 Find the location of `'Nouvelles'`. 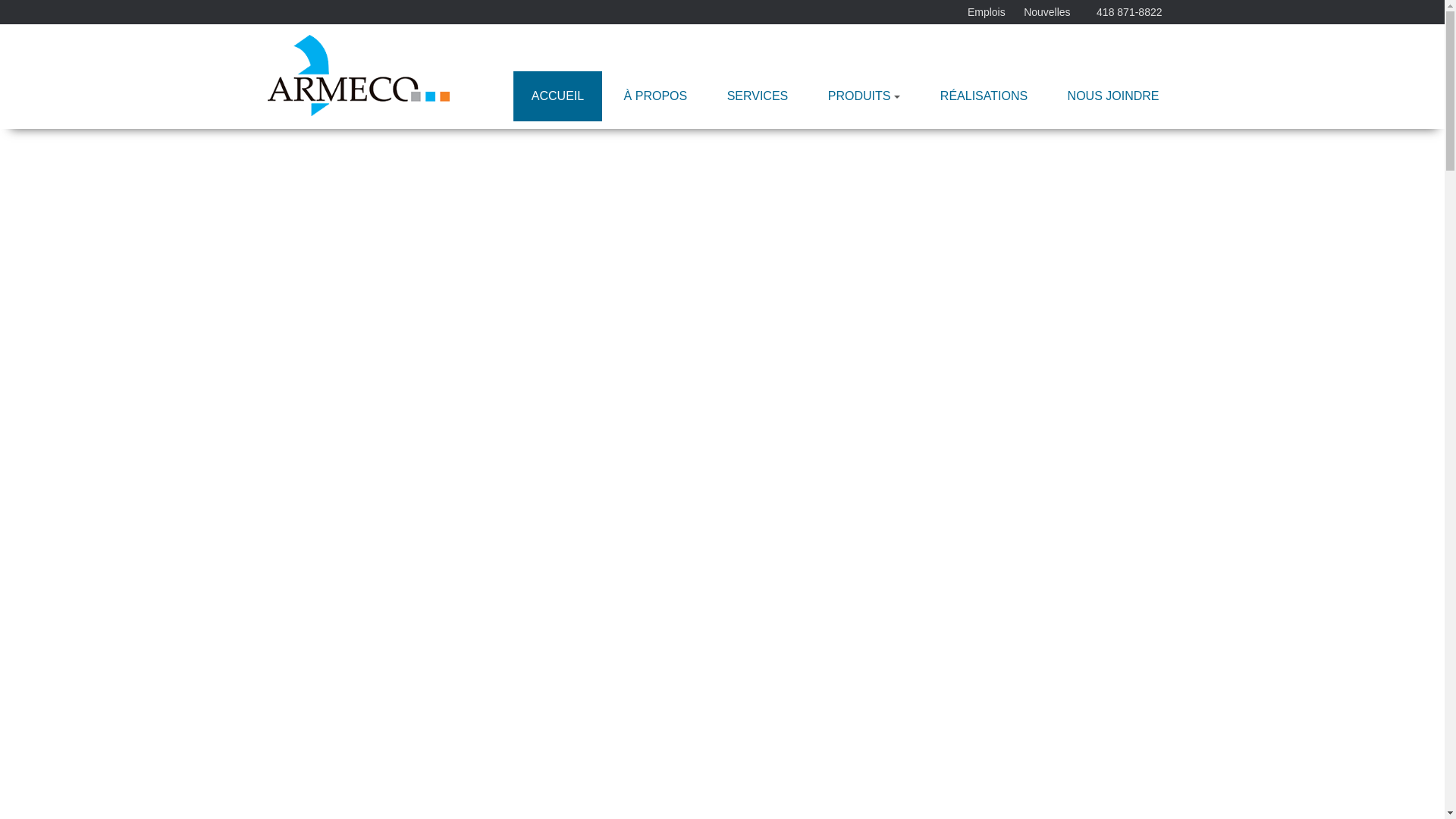

'Nouvelles' is located at coordinates (1046, 11).